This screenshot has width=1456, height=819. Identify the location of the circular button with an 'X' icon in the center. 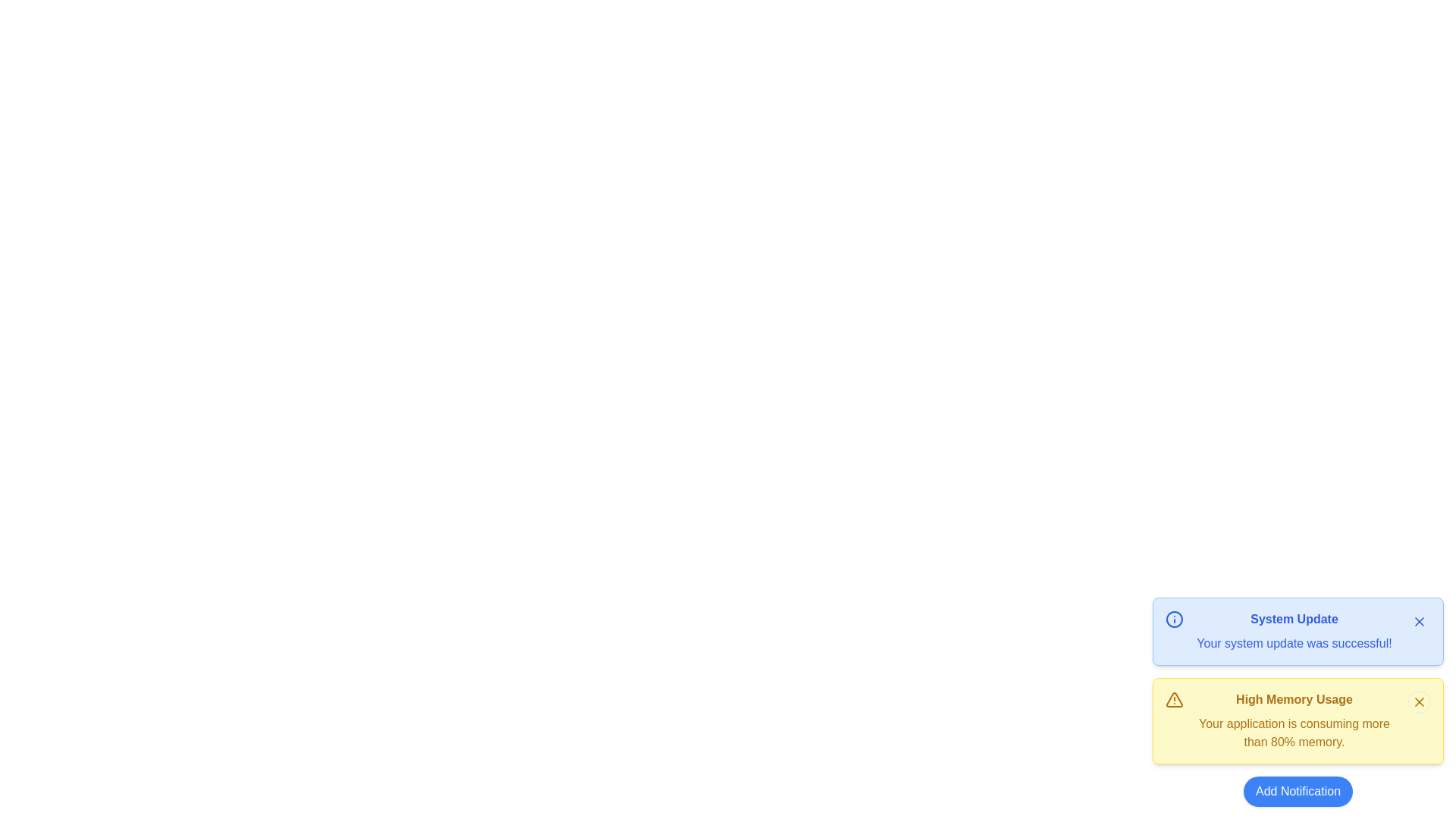
(1419, 622).